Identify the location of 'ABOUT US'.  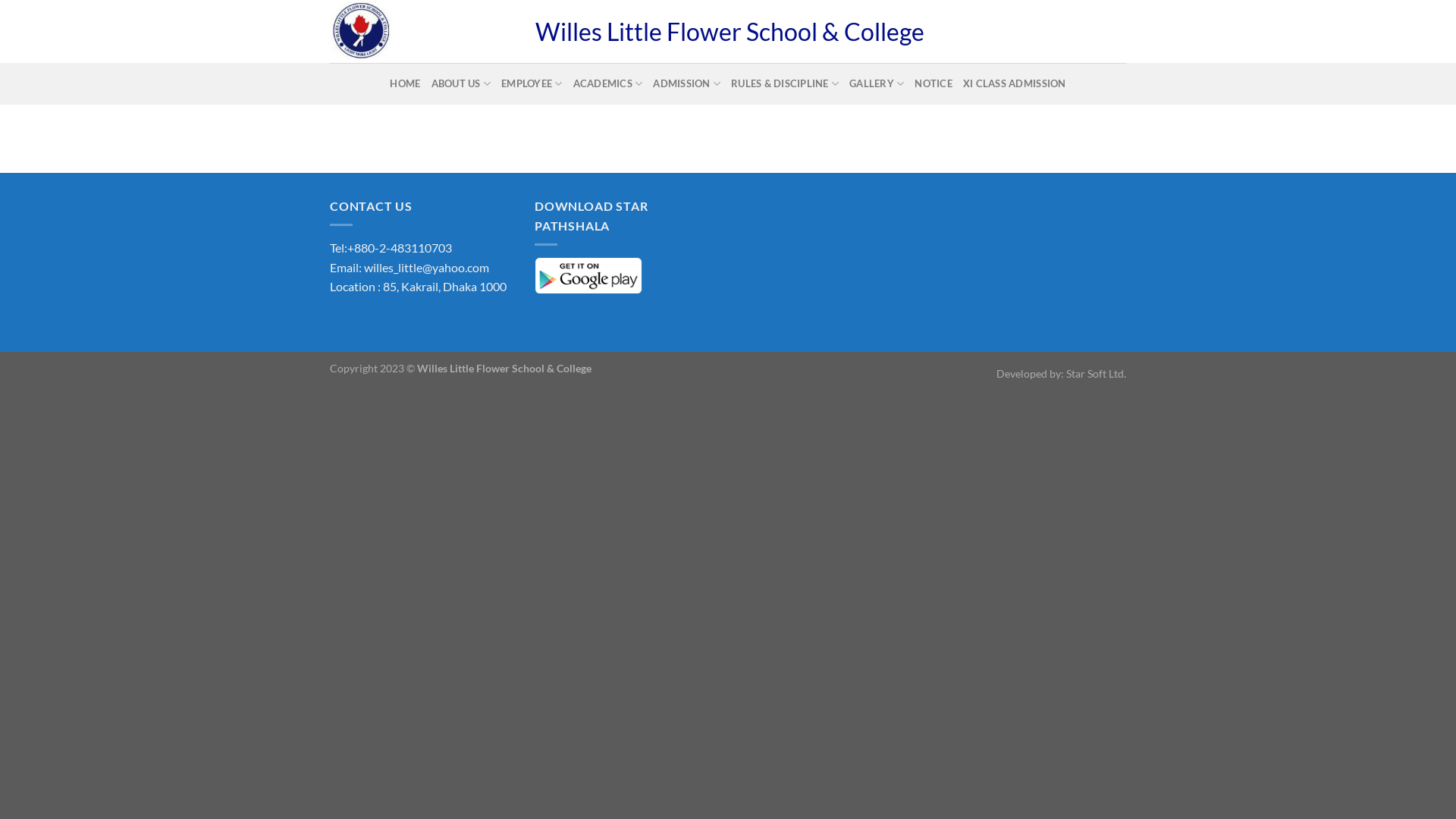
(460, 83).